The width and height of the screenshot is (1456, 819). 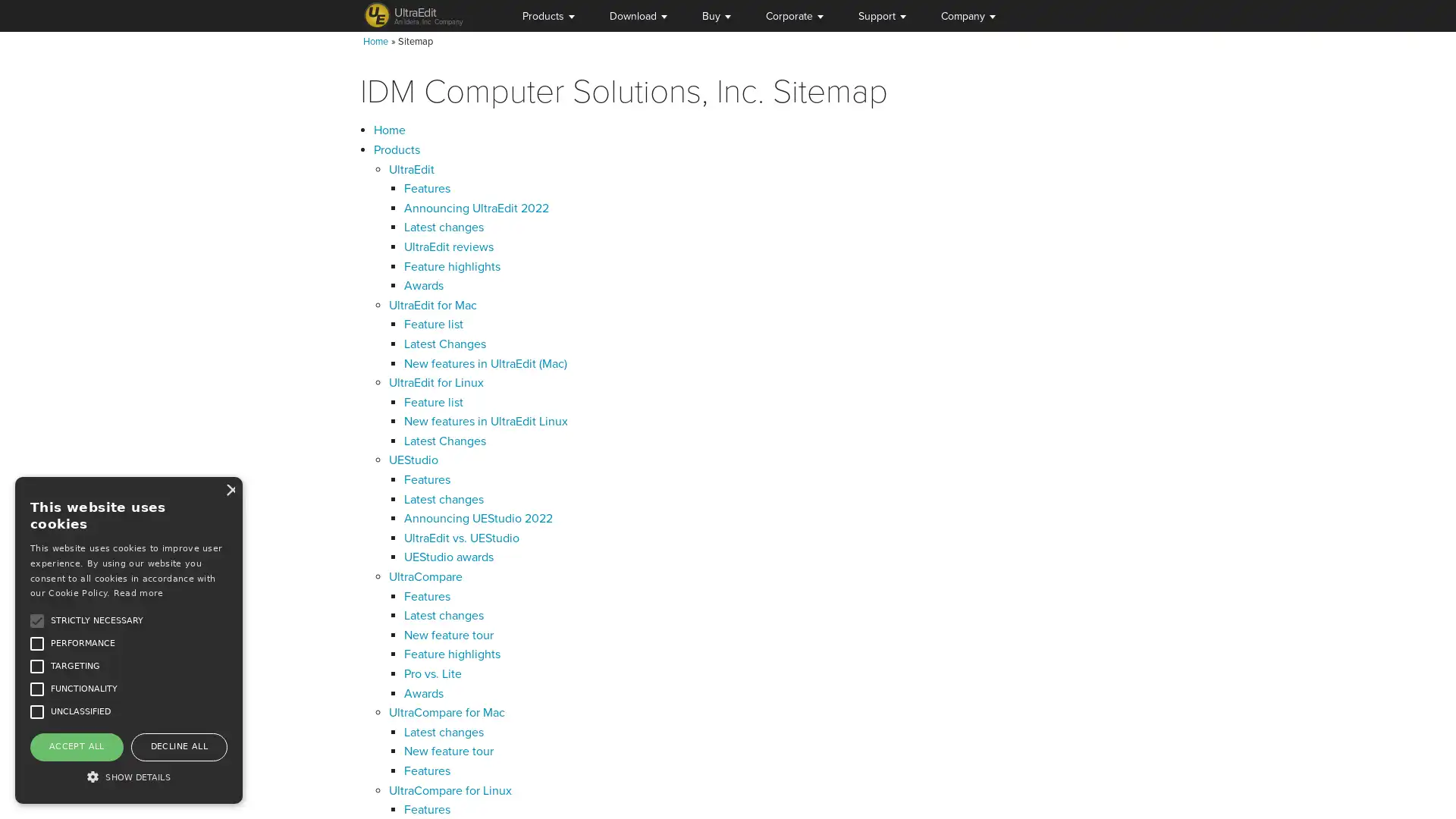 I want to click on Close, so click(x=228, y=489).